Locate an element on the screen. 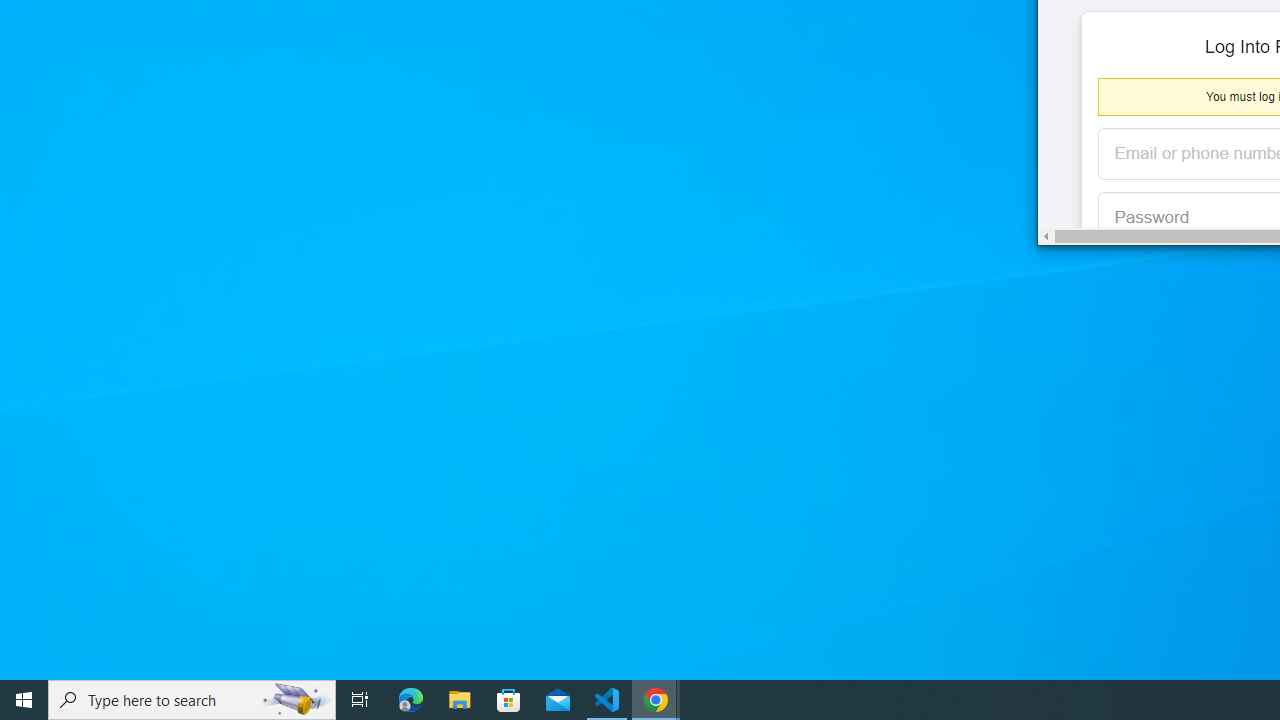 The width and height of the screenshot is (1280, 720). 'File Explorer' is located at coordinates (459, 698).